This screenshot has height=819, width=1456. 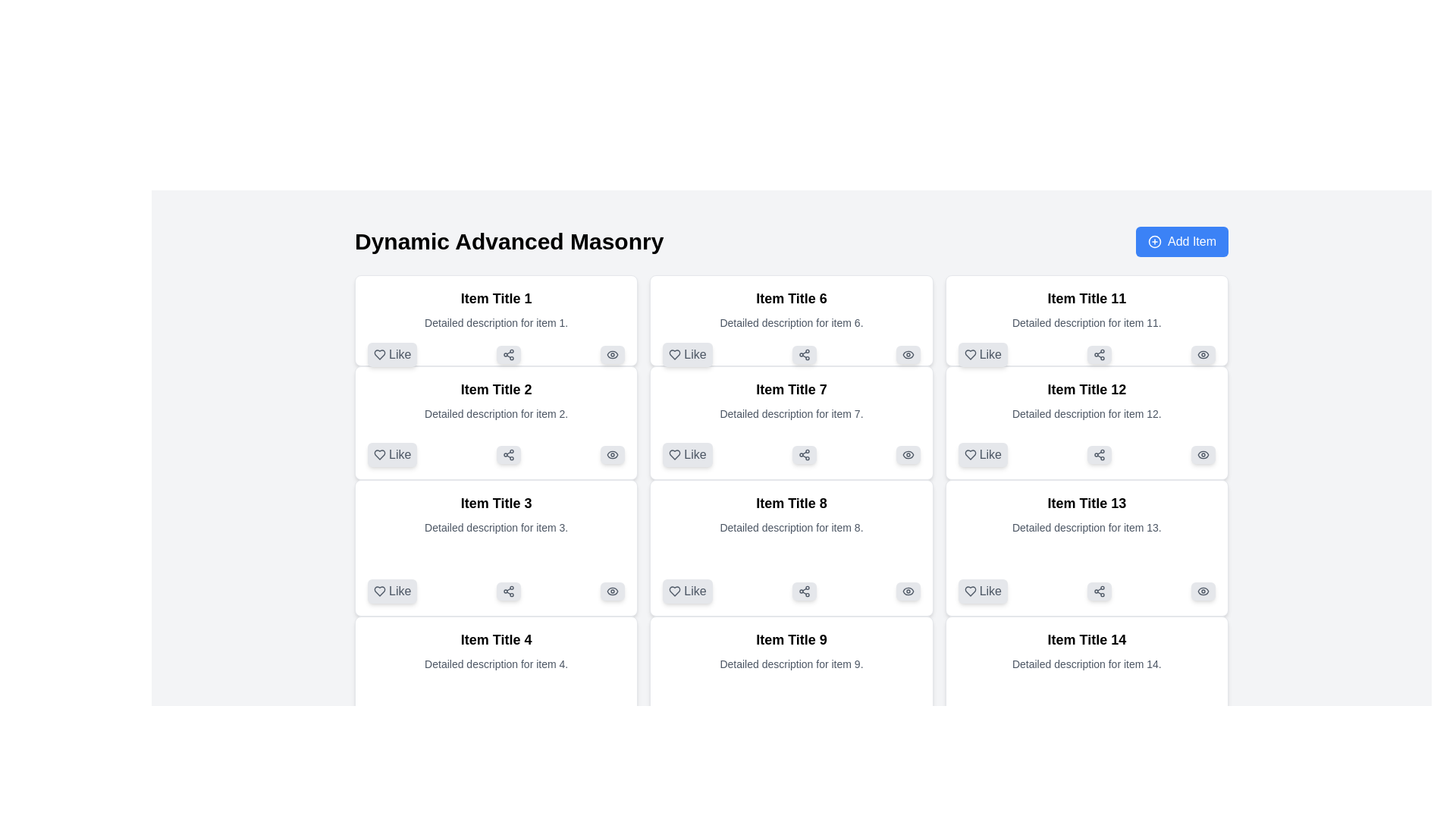 I want to click on the heart-shaped 'like' icon located within the 'Like' button of 'Item Title 6', so click(x=674, y=354).